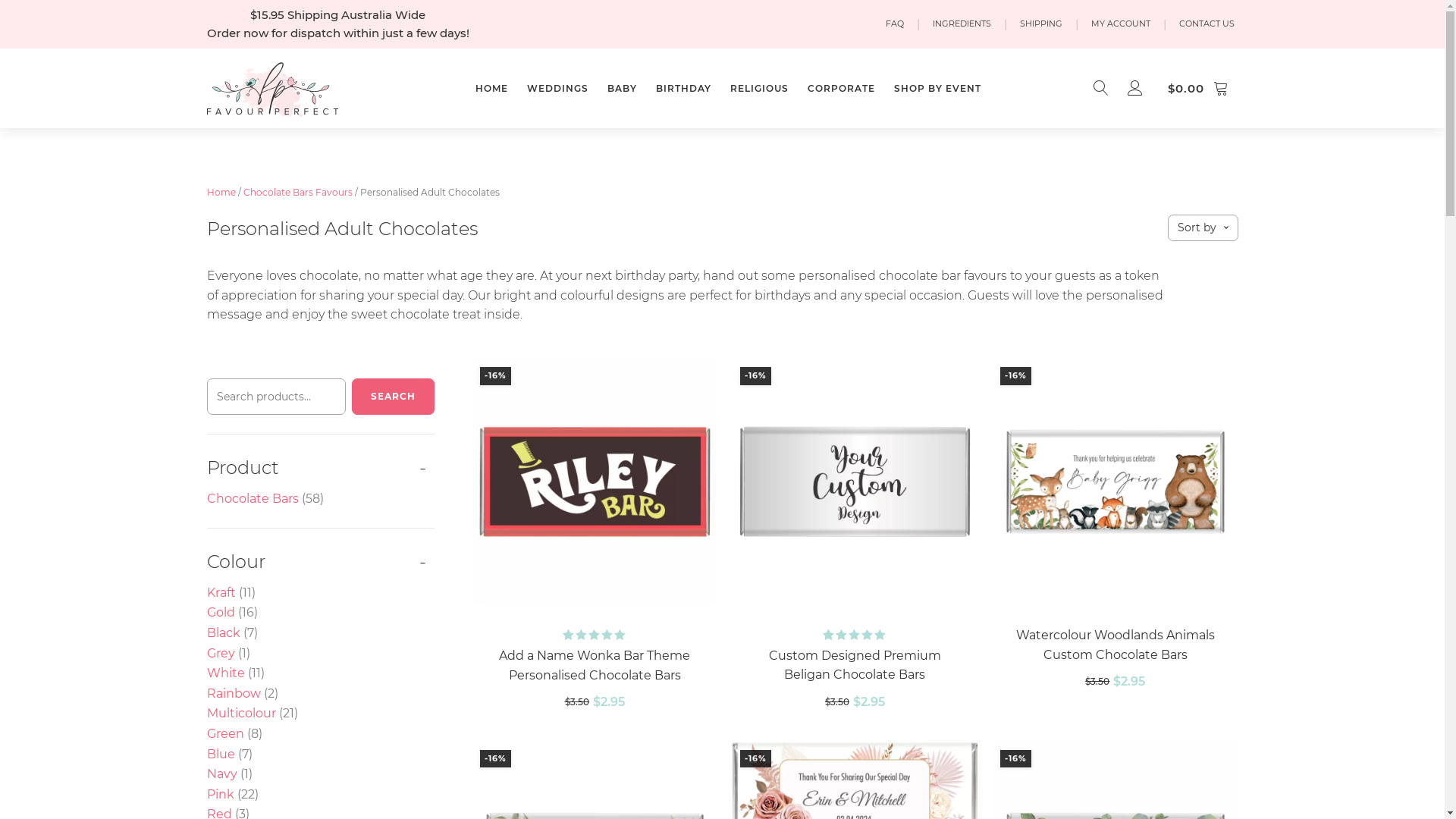  What do you see at coordinates (206, 191) in the screenshot?
I see `'Home'` at bounding box center [206, 191].